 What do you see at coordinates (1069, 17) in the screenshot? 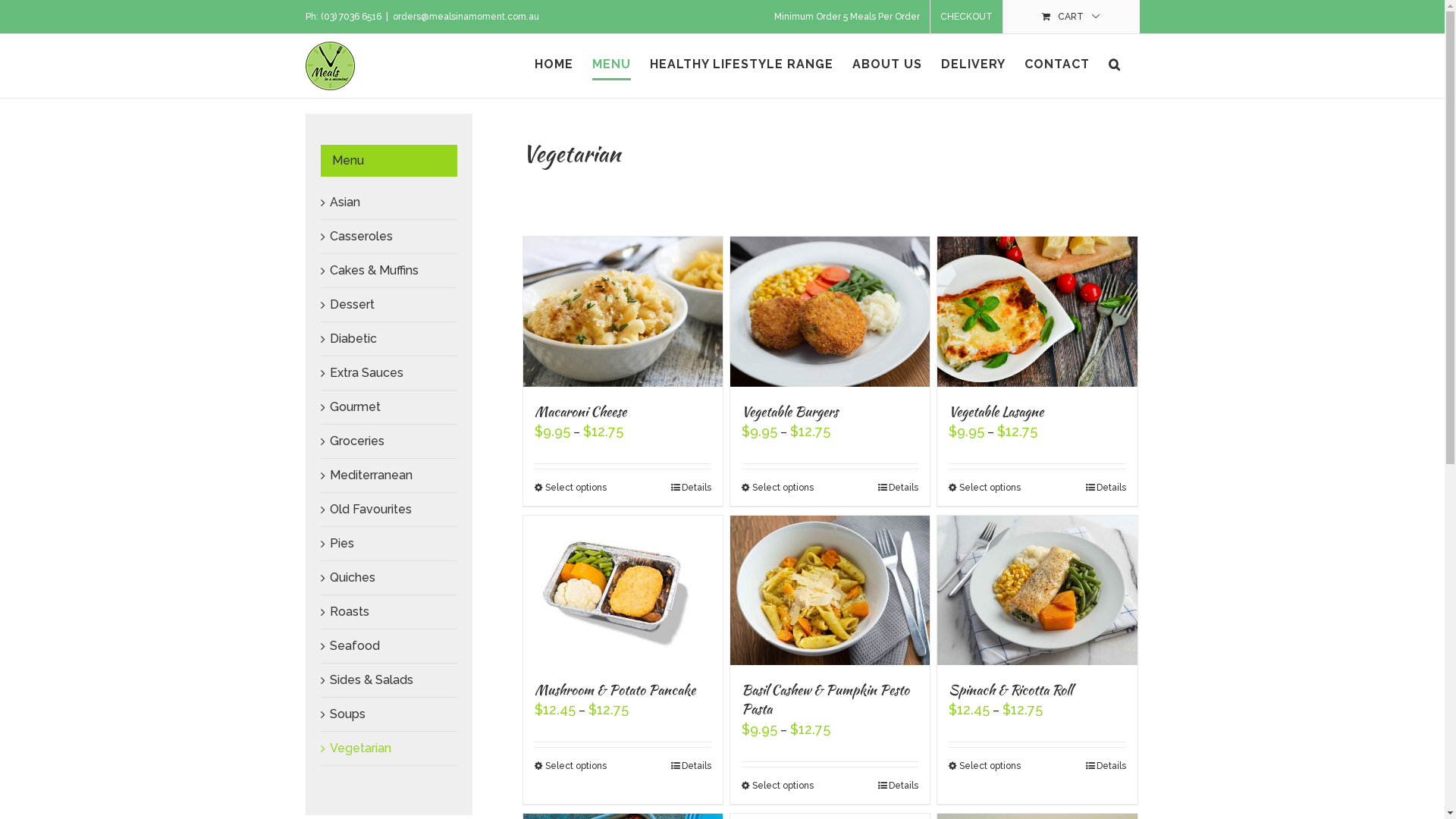
I see `'CART'` at bounding box center [1069, 17].